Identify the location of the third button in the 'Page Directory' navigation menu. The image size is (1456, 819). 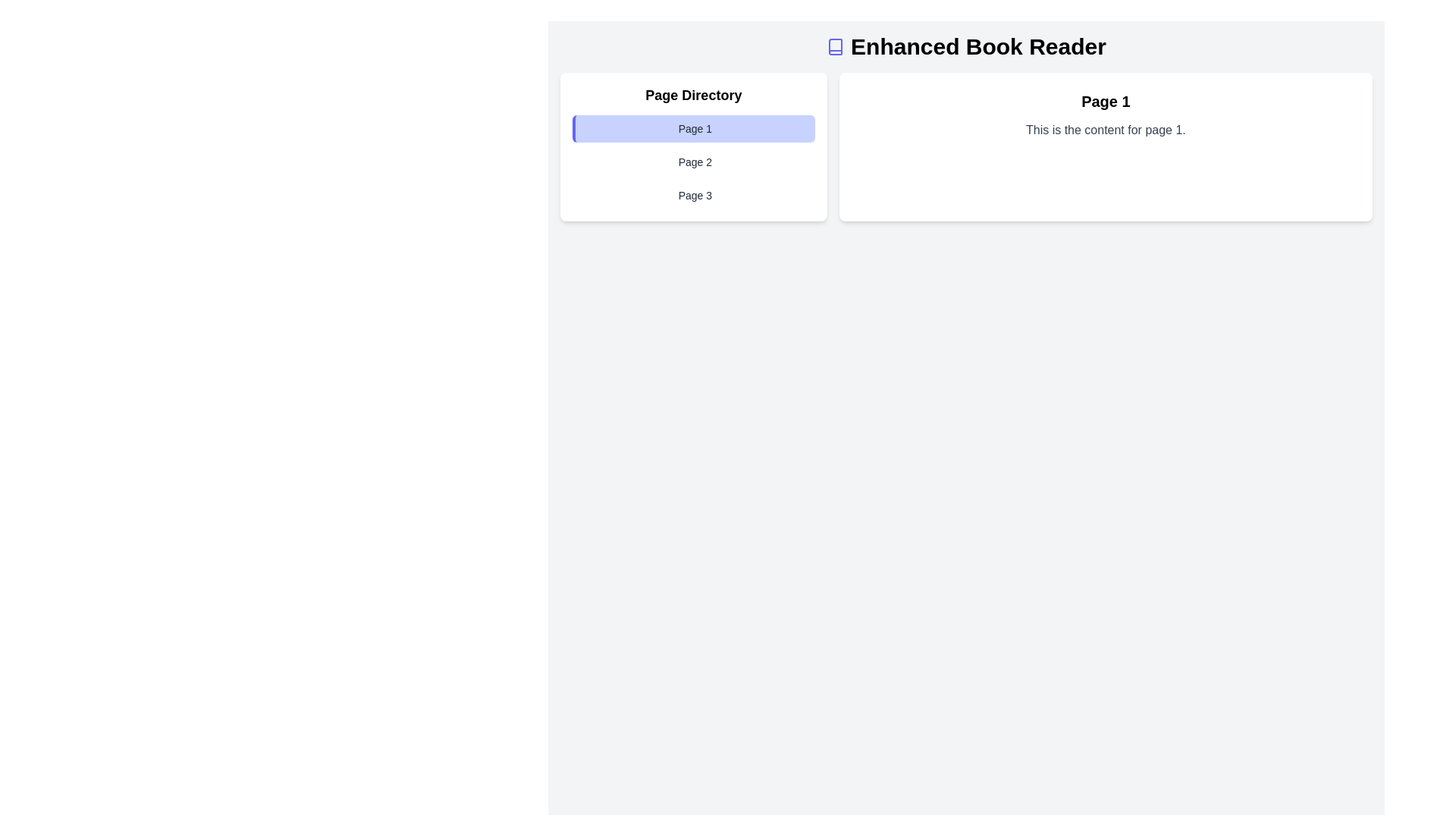
(692, 195).